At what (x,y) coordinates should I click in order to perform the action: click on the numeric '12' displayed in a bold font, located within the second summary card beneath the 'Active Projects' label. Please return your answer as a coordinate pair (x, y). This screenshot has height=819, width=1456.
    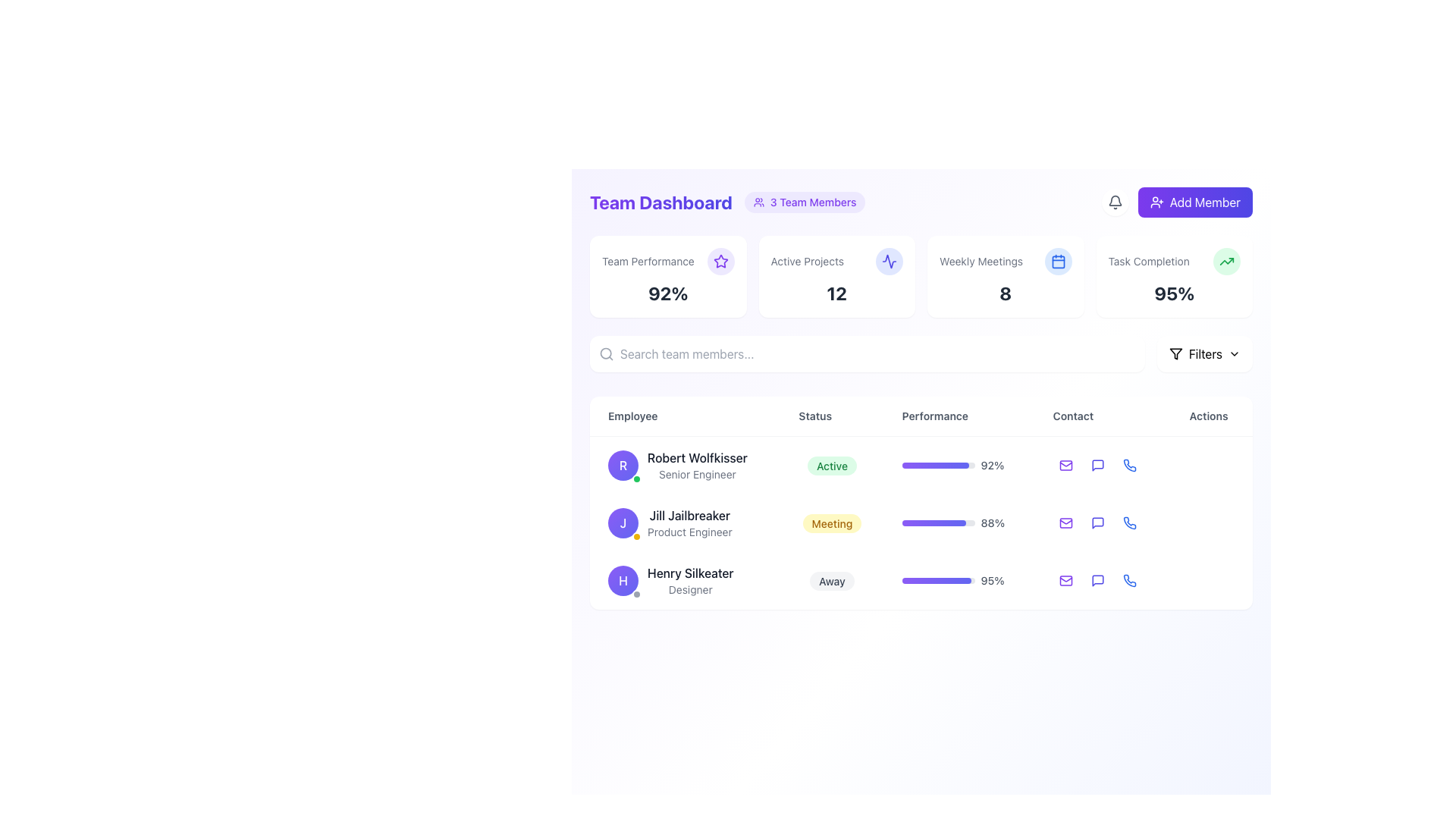
    Looking at the image, I should click on (836, 293).